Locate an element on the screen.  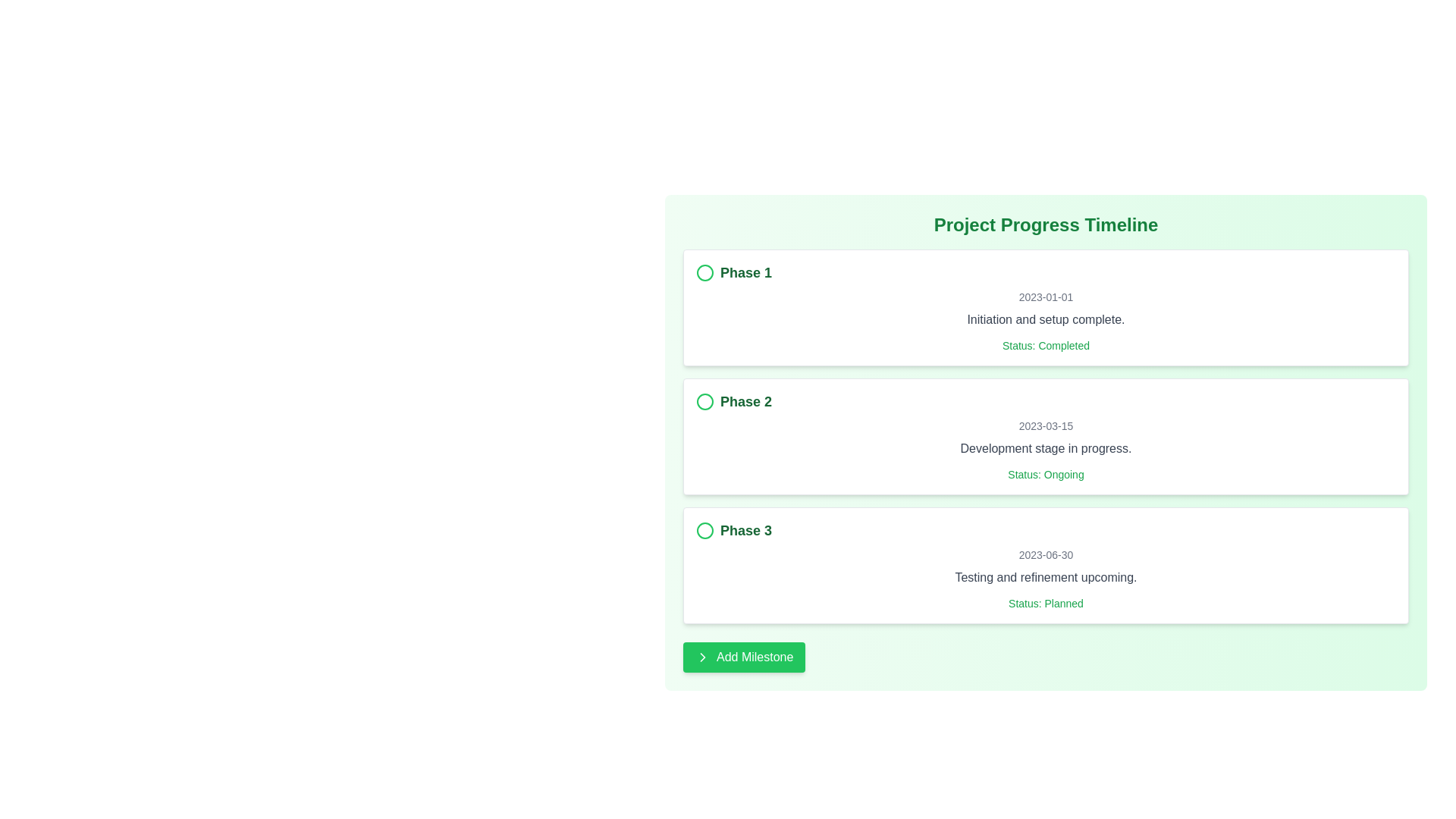
the text label that provides a status description or milestone note, located in the first card of the vertically stacked layout, between the '2023-01-01' label and 'Status: Completed' label is located at coordinates (1045, 318).